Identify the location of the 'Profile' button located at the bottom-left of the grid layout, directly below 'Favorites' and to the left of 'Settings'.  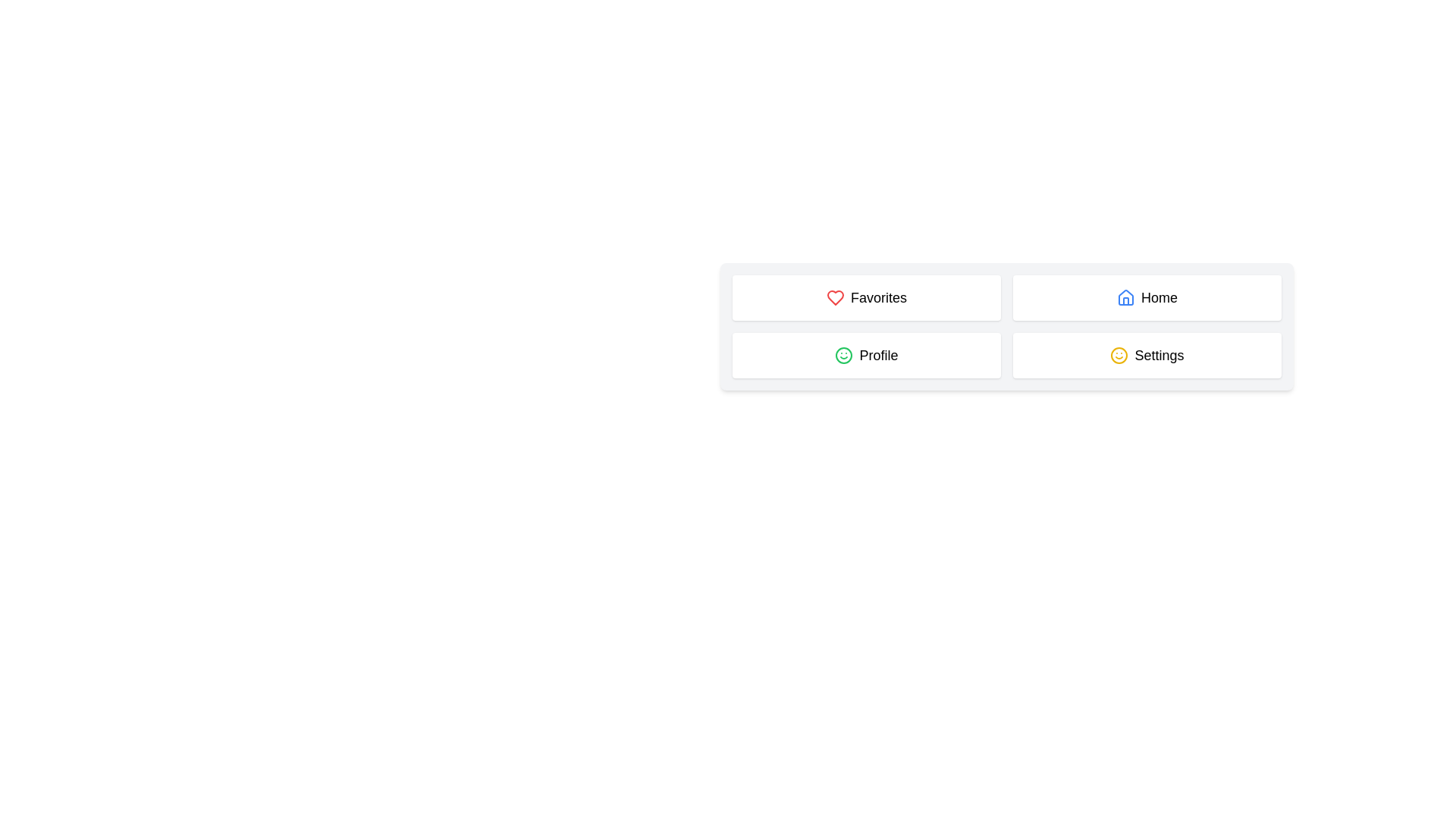
(866, 356).